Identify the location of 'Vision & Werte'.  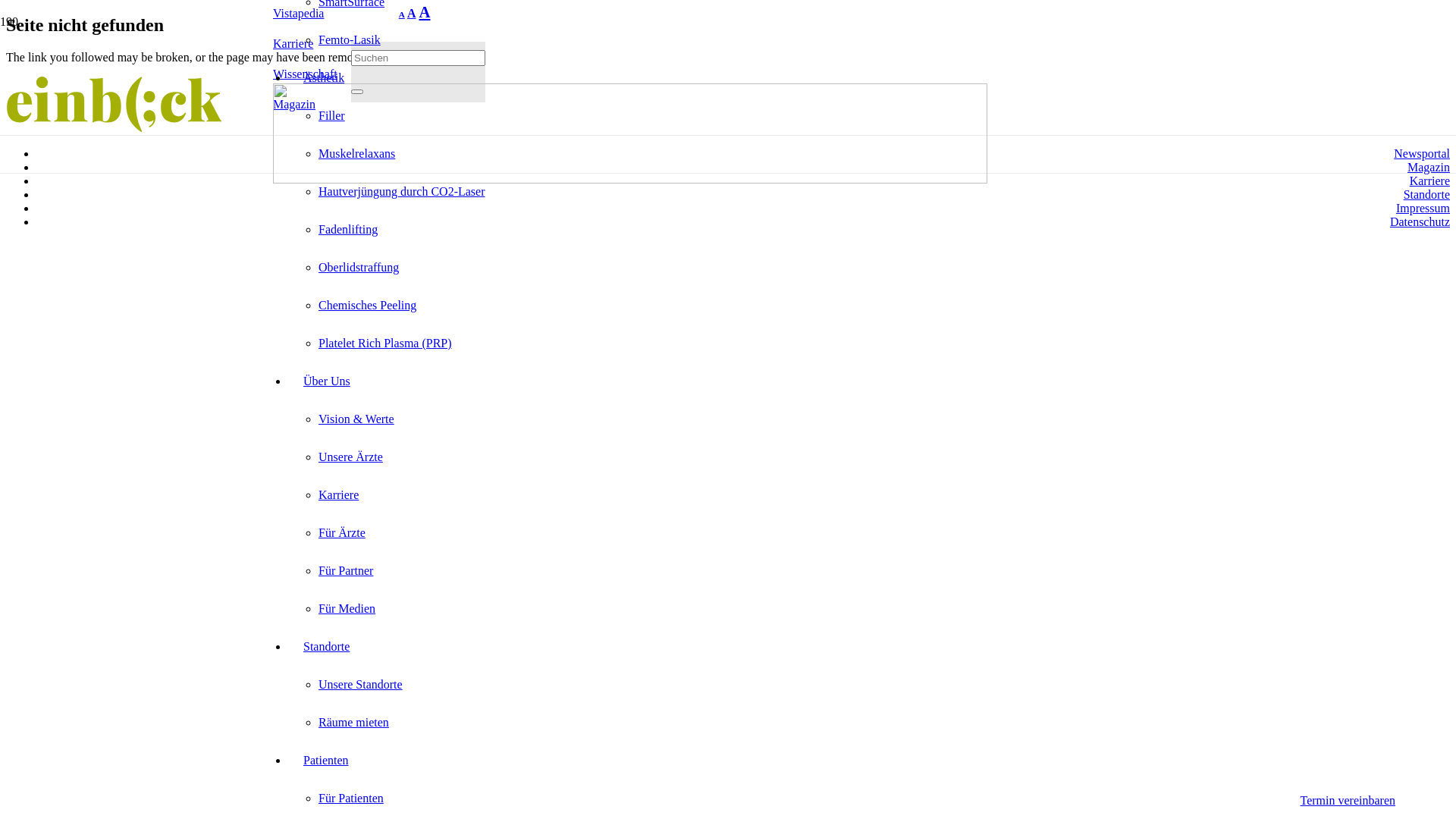
(356, 419).